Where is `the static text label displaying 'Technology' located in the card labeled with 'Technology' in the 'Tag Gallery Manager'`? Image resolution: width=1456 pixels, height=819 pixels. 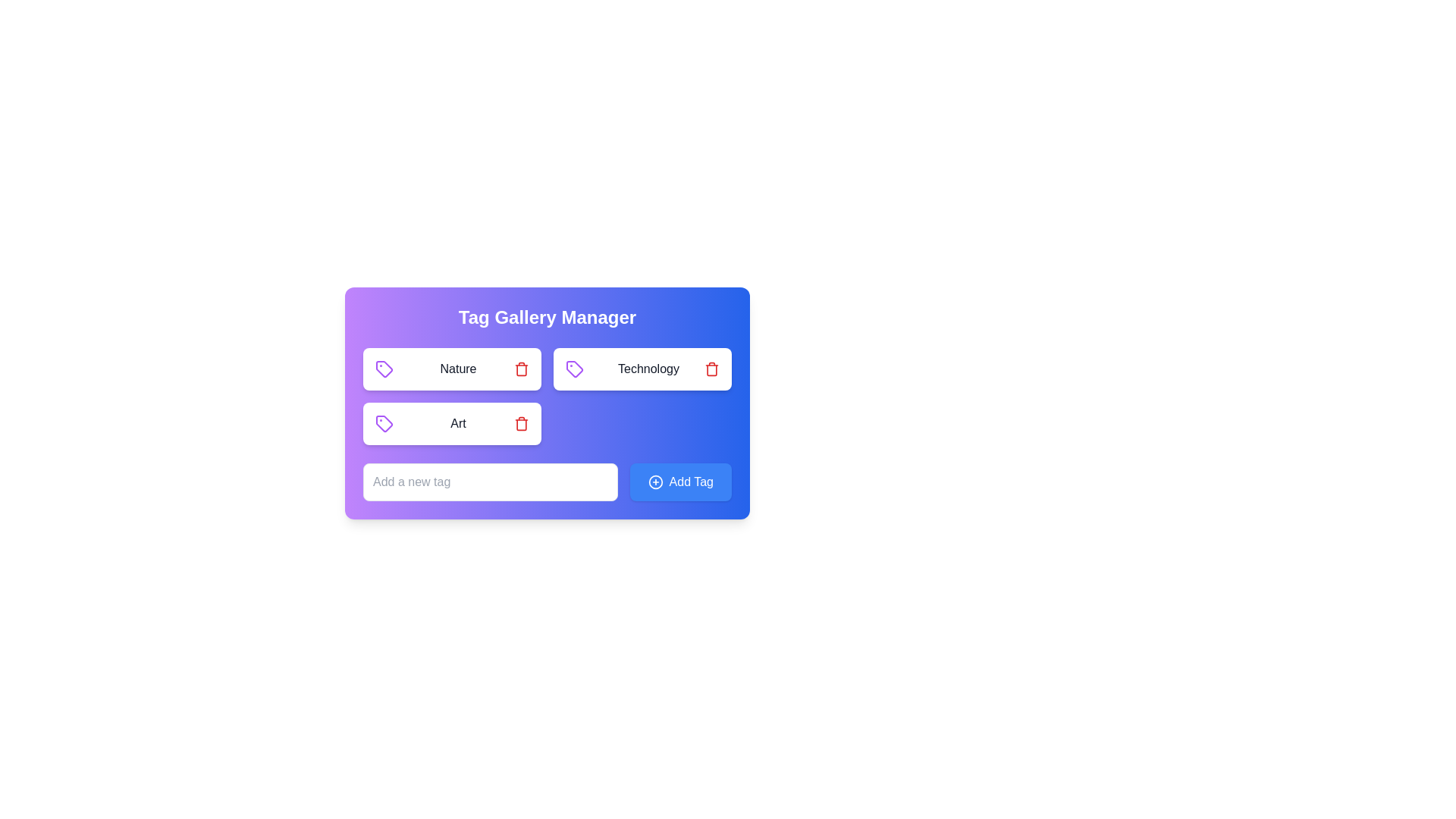
the static text label displaying 'Technology' located in the card labeled with 'Technology' in the 'Tag Gallery Manager' is located at coordinates (648, 369).